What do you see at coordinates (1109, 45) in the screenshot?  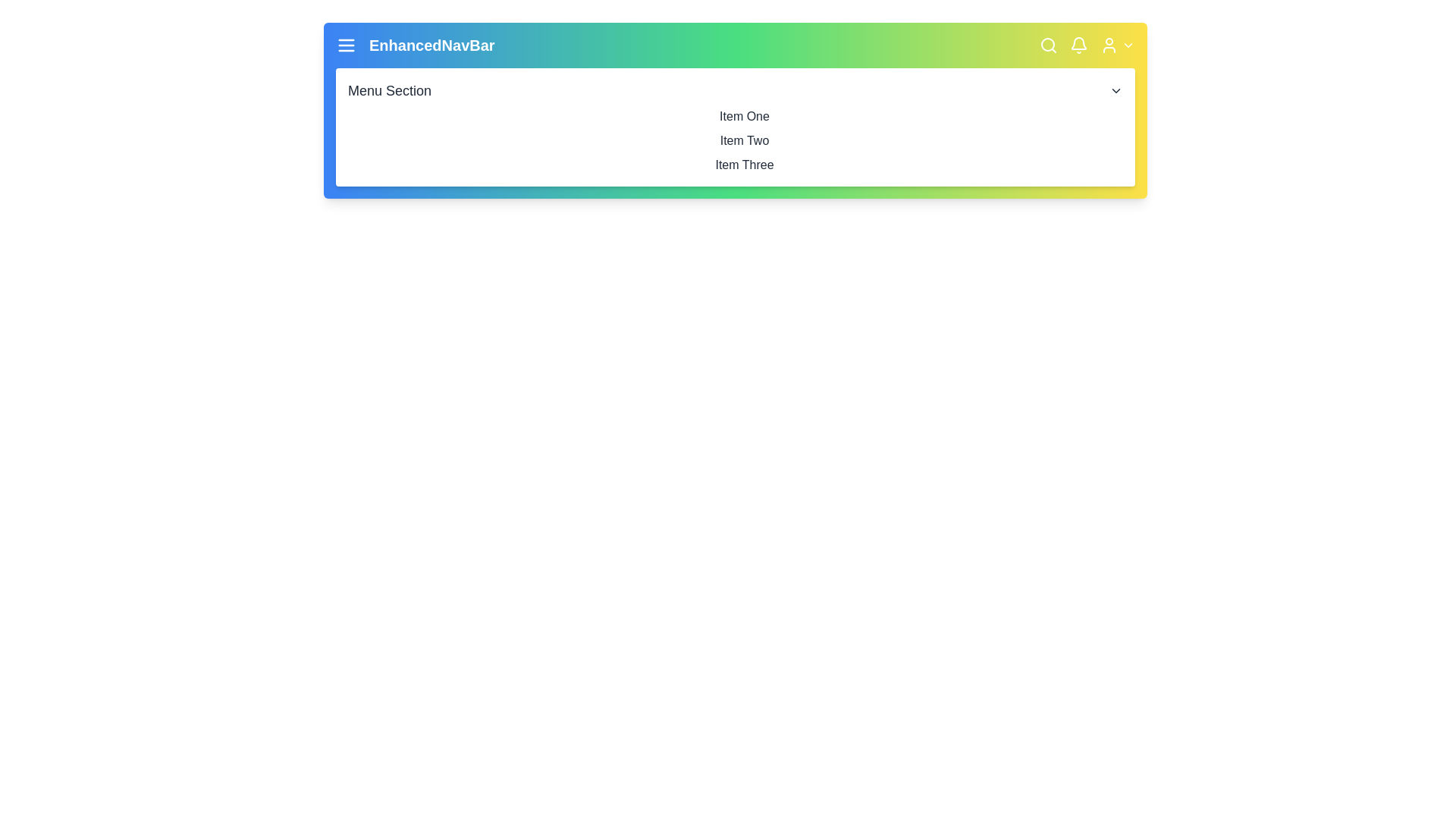 I see `the user profile icon to access user options` at bounding box center [1109, 45].